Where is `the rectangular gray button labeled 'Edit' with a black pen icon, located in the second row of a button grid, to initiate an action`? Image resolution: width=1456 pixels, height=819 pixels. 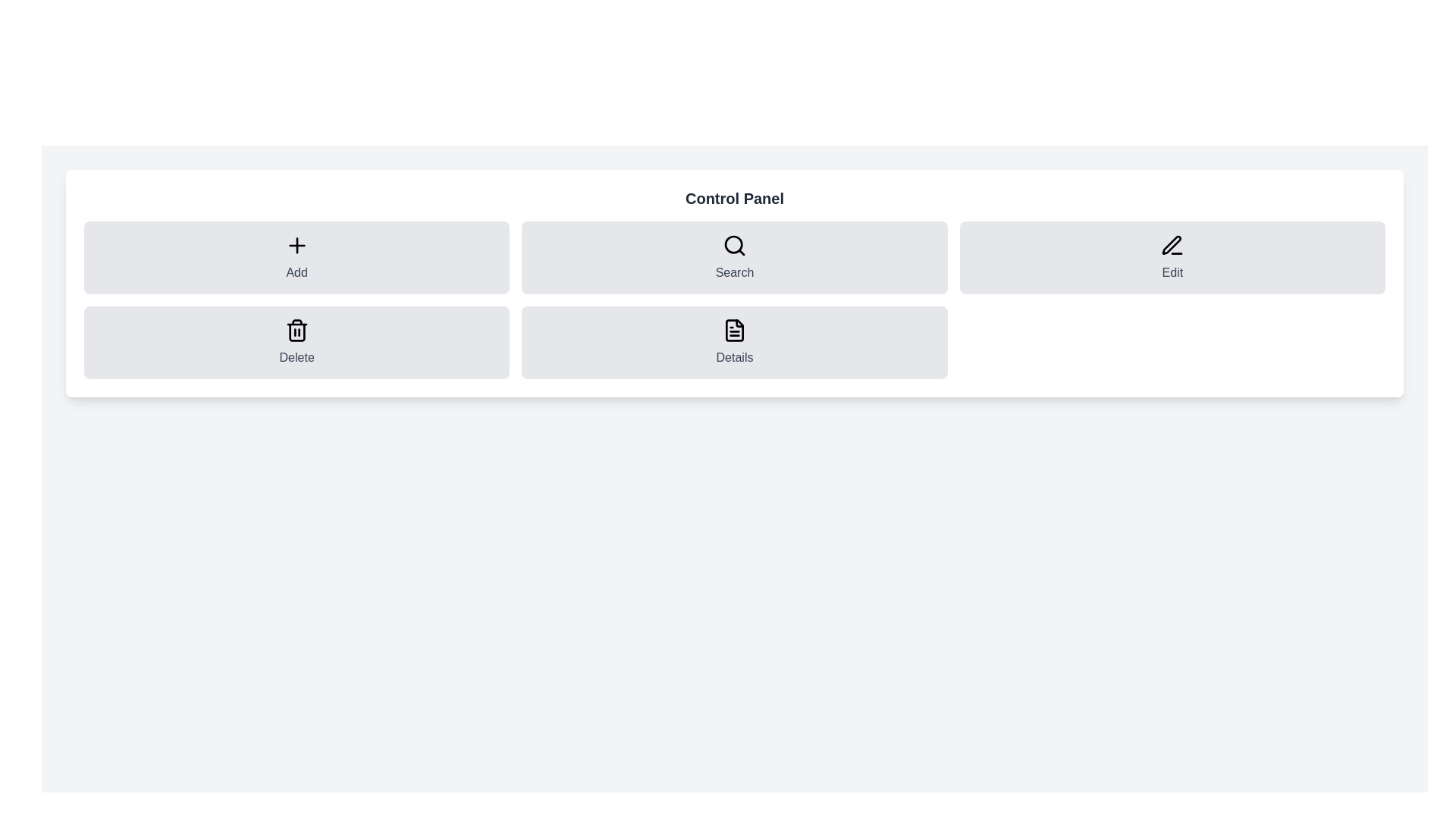
the rectangular gray button labeled 'Edit' with a black pen icon, located in the second row of a button grid, to initiate an action is located at coordinates (1172, 256).